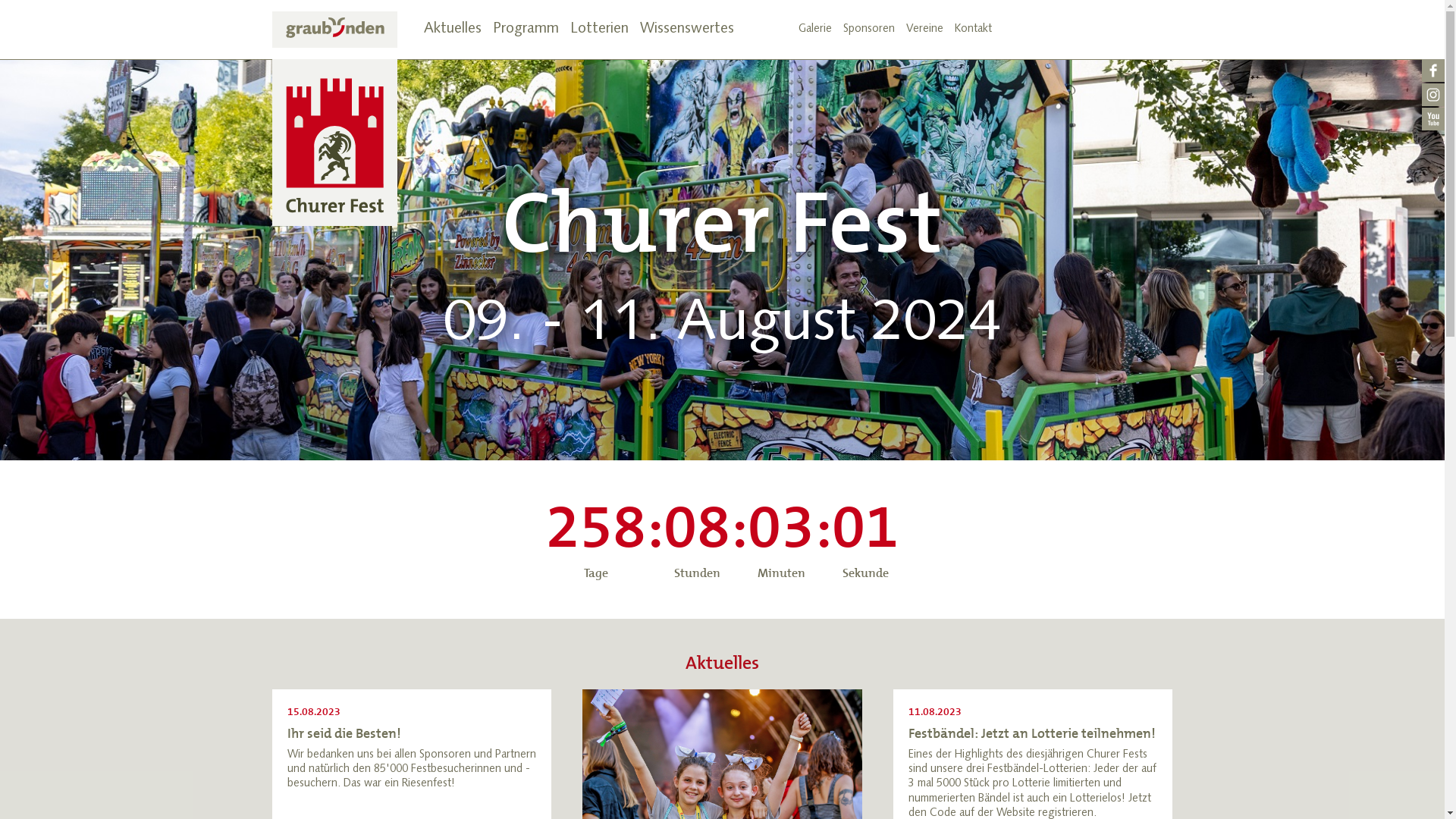 The height and width of the screenshot is (819, 1456). I want to click on 'zu unserem YouTube-Kanal', so click(1432, 119).